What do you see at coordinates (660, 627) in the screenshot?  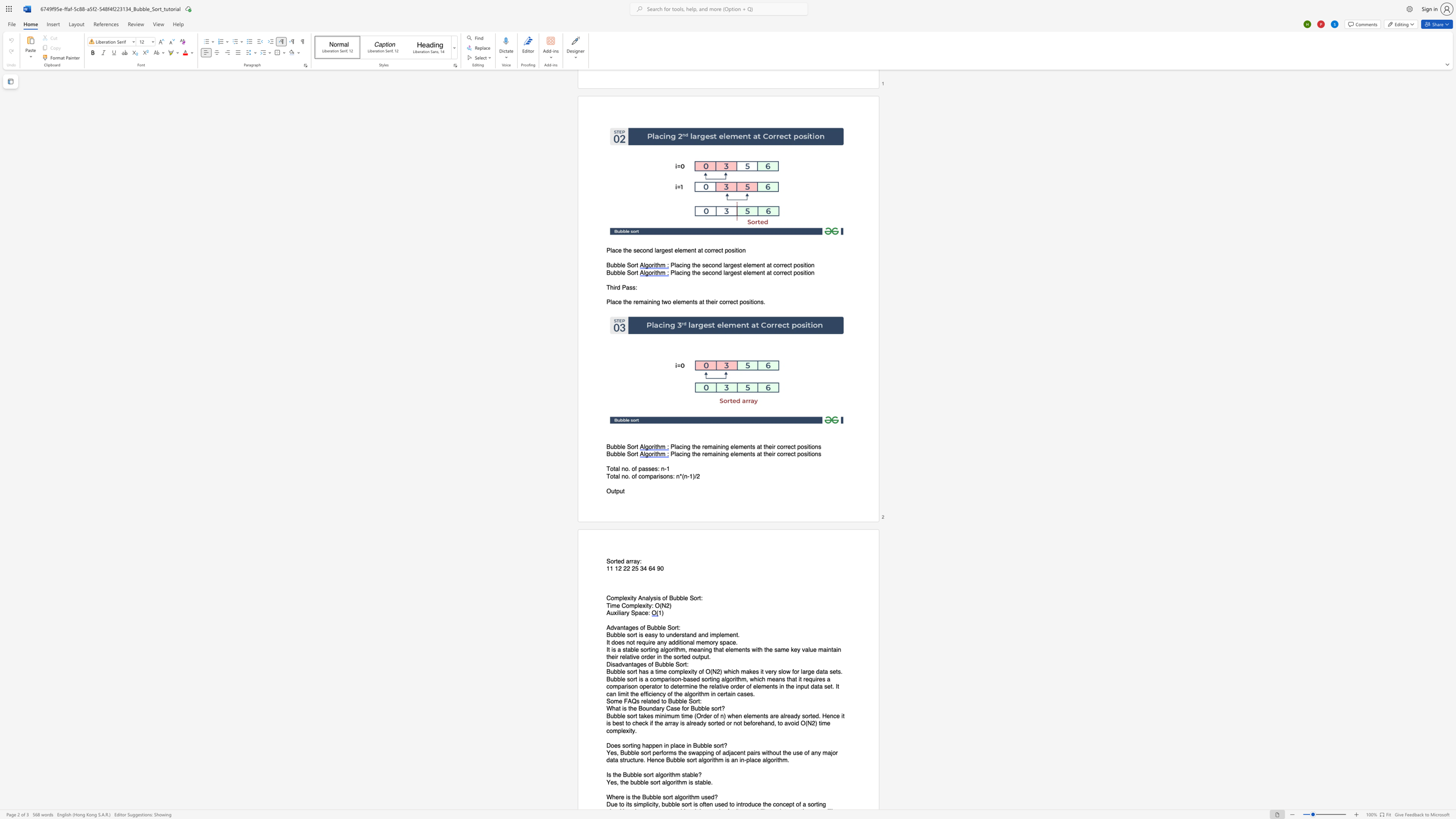 I see `the space between the continuous character "b" and "l" in the text` at bounding box center [660, 627].